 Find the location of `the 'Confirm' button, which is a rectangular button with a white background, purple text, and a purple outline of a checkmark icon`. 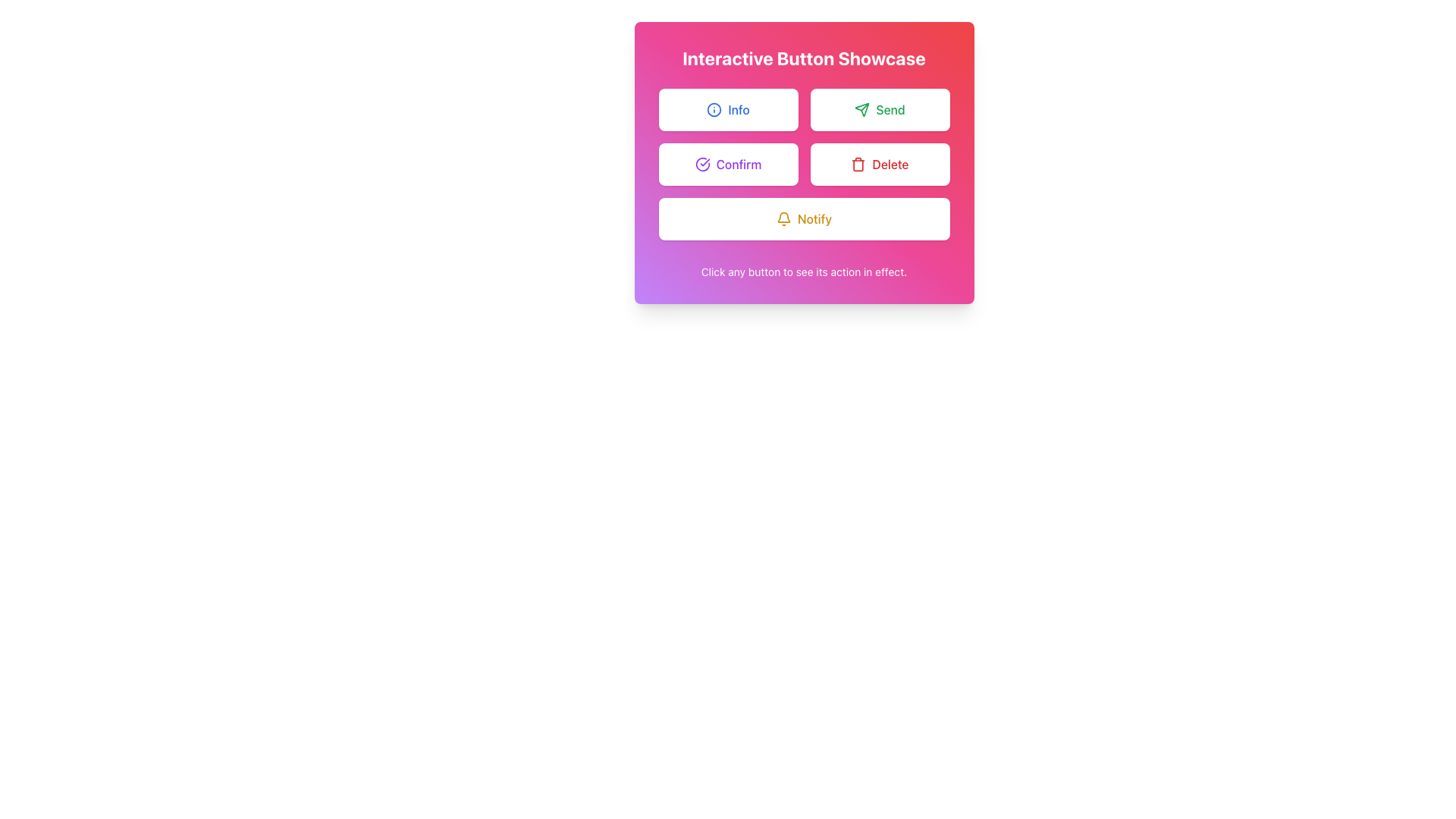

the 'Confirm' button, which is a rectangular button with a white background, purple text, and a purple outline of a checkmark icon is located at coordinates (728, 164).